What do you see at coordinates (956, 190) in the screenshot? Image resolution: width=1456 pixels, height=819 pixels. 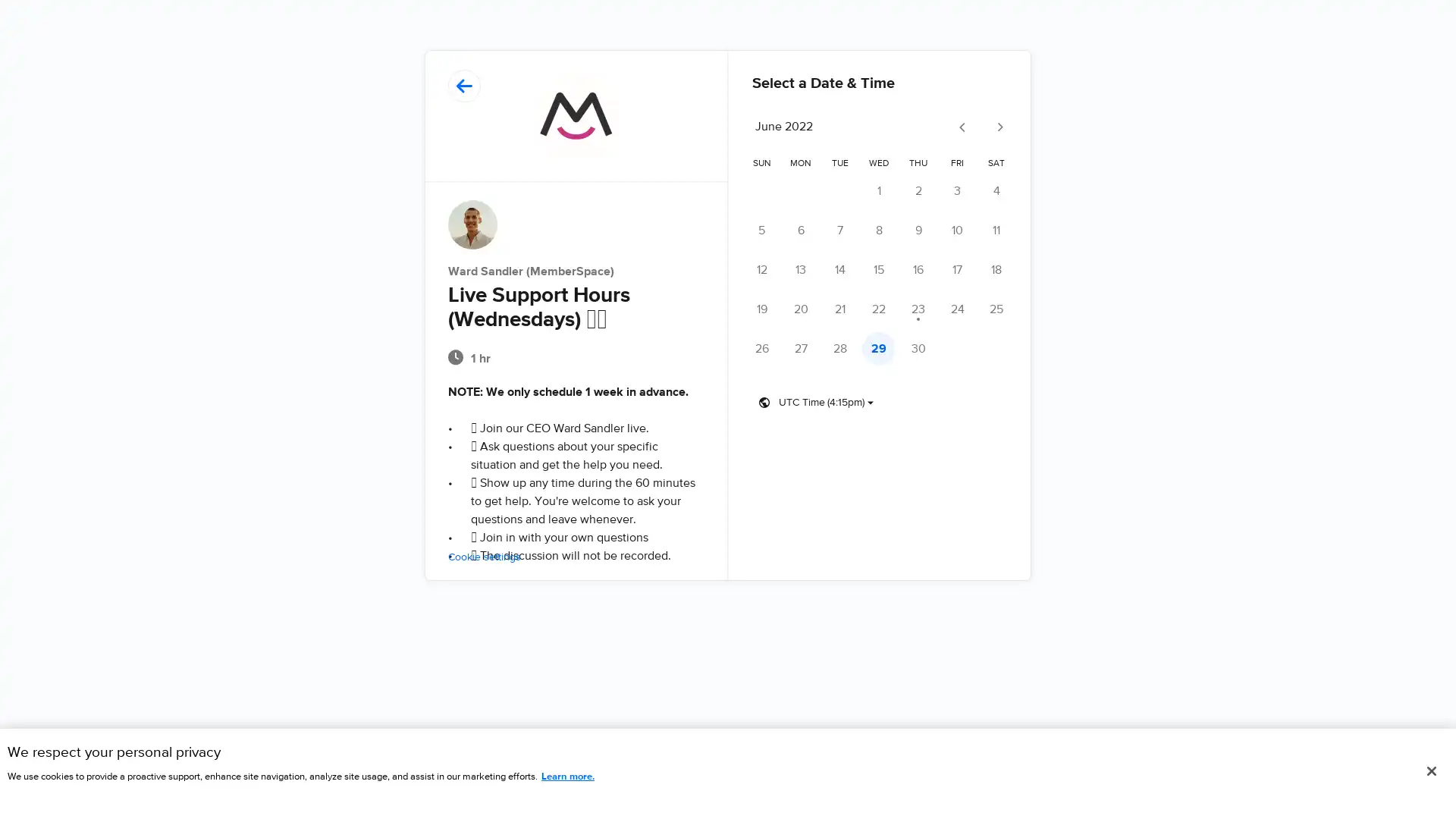 I see `Friday, June 3 - No times available` at bounding box center [956, 190].